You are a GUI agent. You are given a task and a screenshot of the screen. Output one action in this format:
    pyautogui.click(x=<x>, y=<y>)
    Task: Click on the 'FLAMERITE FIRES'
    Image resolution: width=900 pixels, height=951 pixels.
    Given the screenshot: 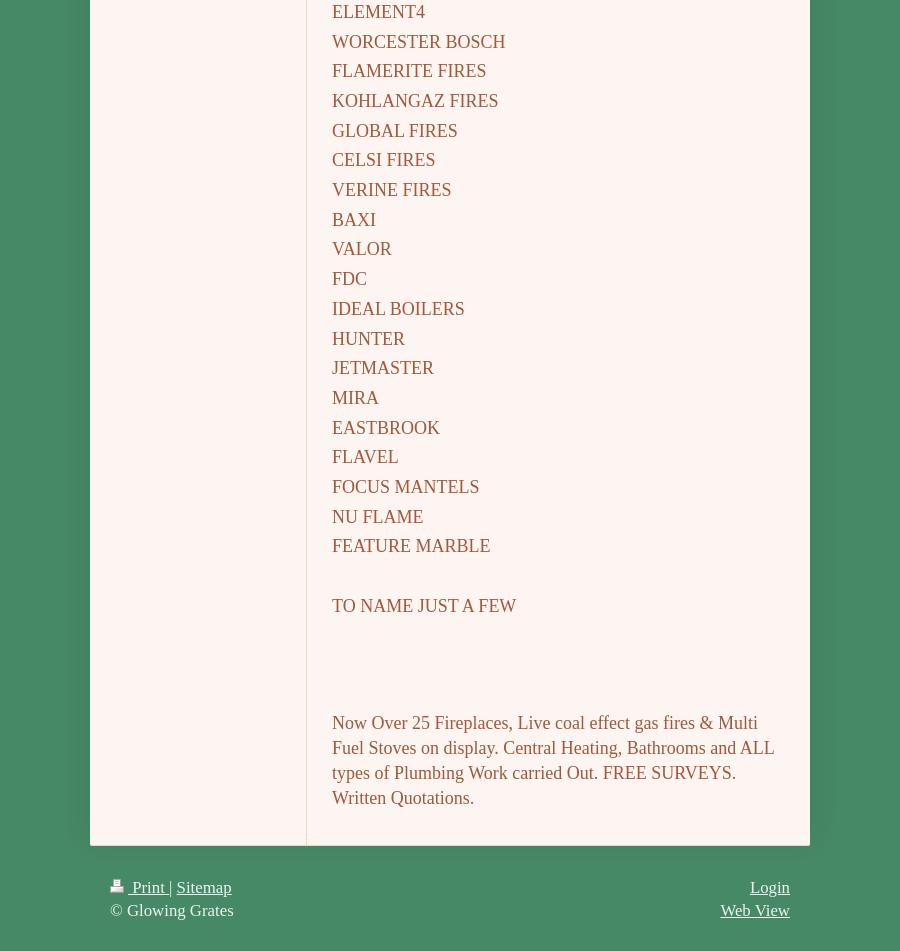 What is the action you would take?
    pyautogui.click(x=331, y=71)
    